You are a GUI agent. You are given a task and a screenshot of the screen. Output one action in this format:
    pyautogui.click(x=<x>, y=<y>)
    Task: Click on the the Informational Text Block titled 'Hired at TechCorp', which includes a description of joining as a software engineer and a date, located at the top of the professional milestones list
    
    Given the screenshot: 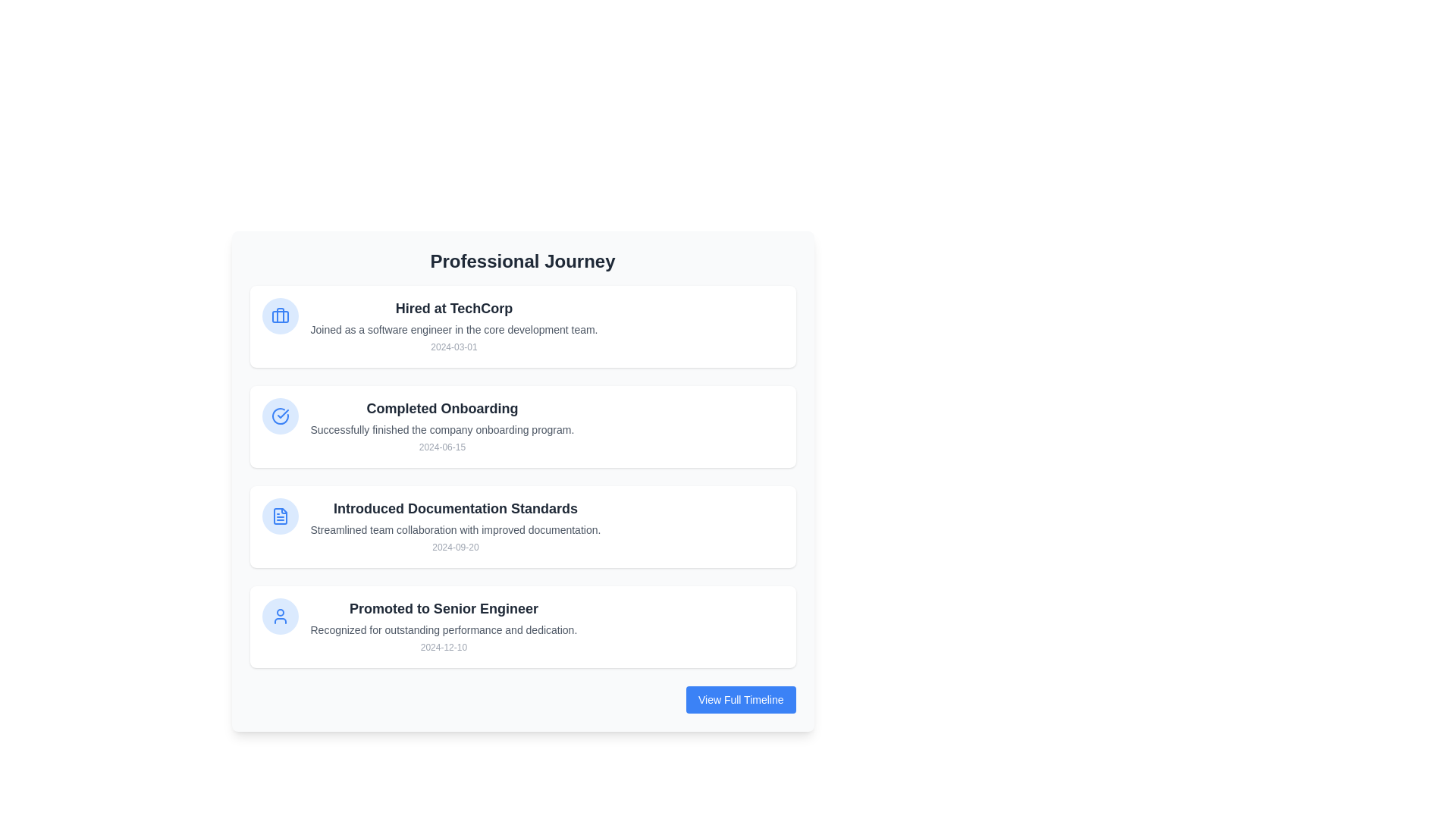 What is the action you would take?
    pyautogui.click(x=453, y=326)
    